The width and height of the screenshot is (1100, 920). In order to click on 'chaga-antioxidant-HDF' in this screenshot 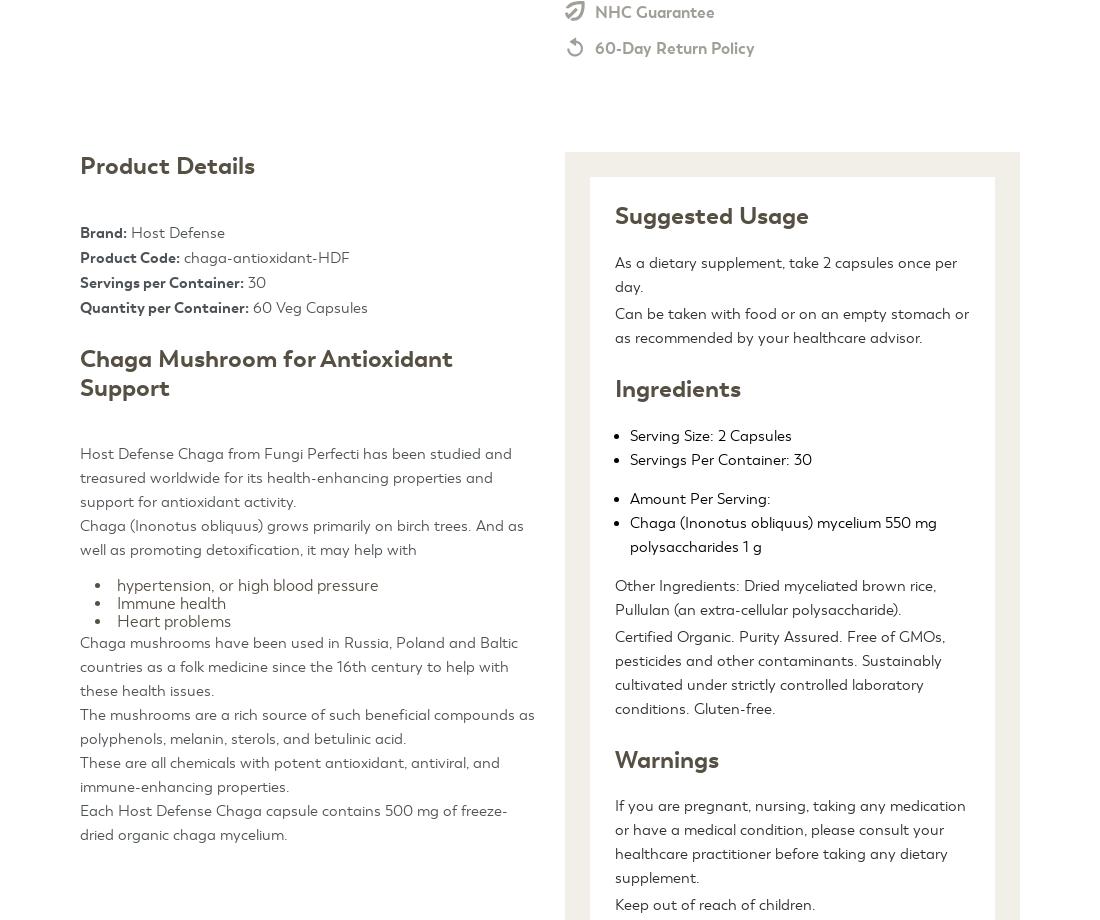, I will do `click(264, 256)`.